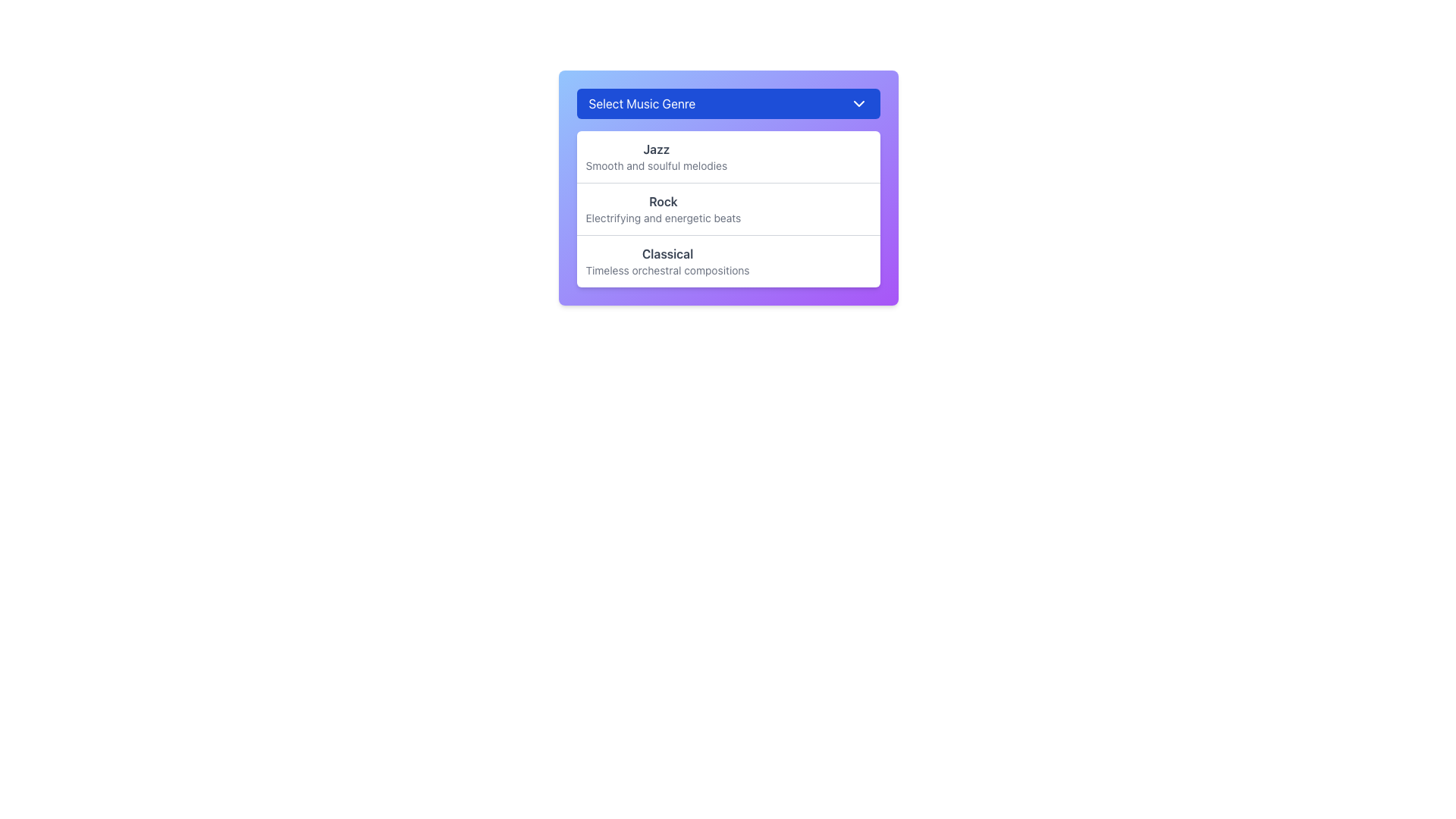  Describe the element at coordinates (728, 157) in the screenshot. I see `the first list item representing the 'Jazz' music genre` at that location.